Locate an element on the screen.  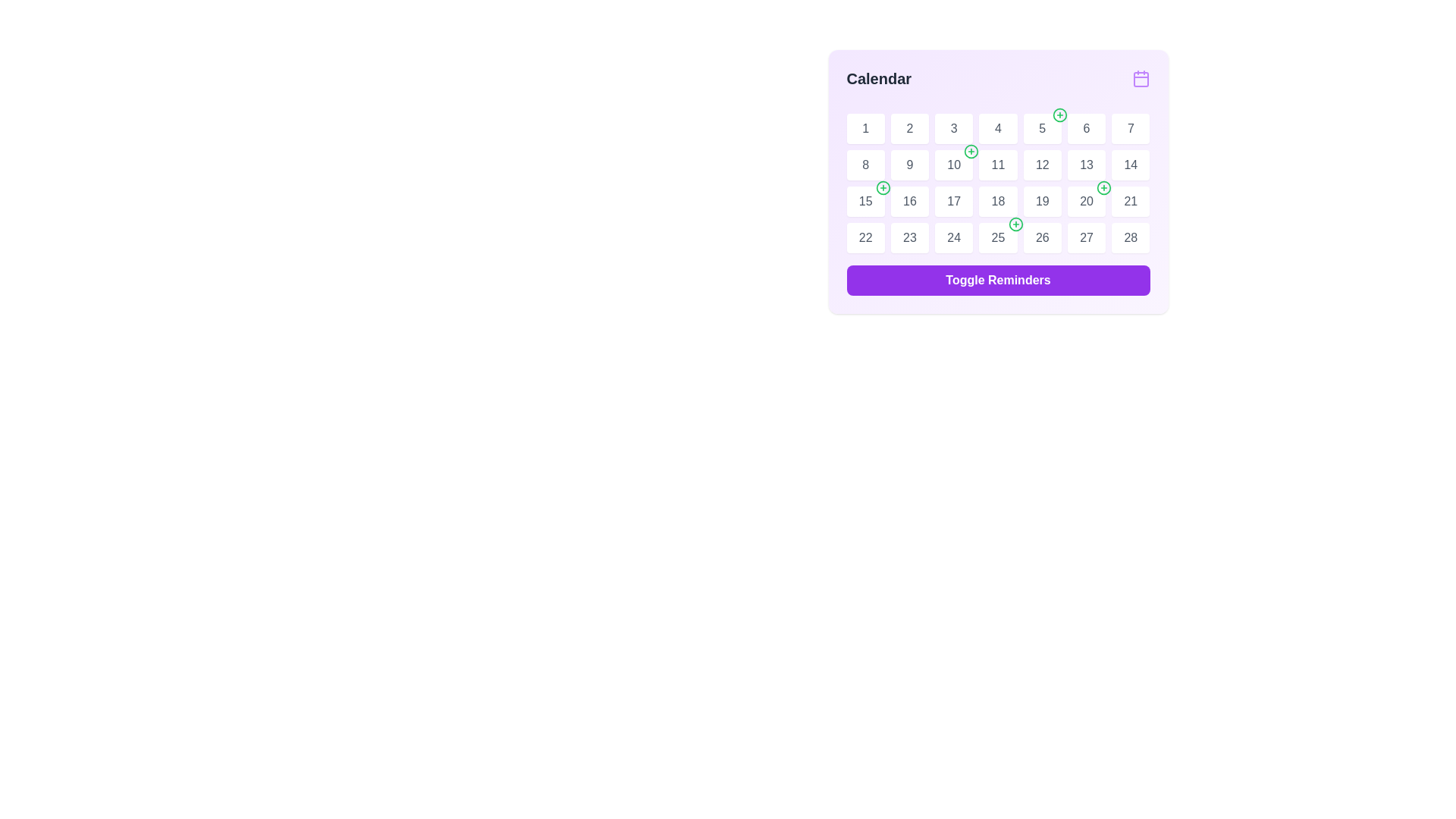
the Calendar grid is located at coordinates (998, 180).